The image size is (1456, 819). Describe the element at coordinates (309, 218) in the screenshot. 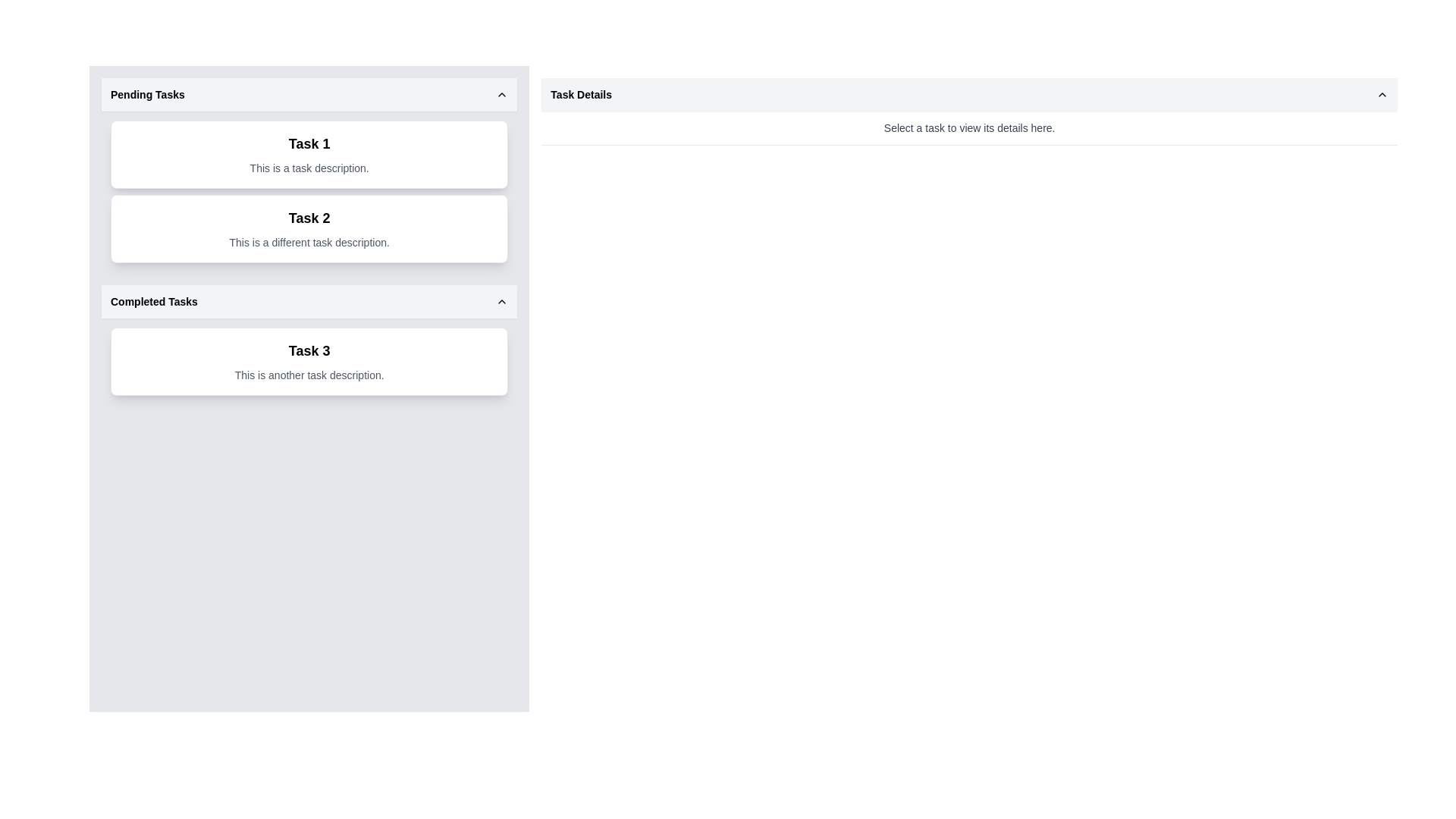

I see `the title text of the second card in the 'Pending Tasks' section, which identifies the associated task, positioned between 'Task 1' and 'Task 3'` at that location.